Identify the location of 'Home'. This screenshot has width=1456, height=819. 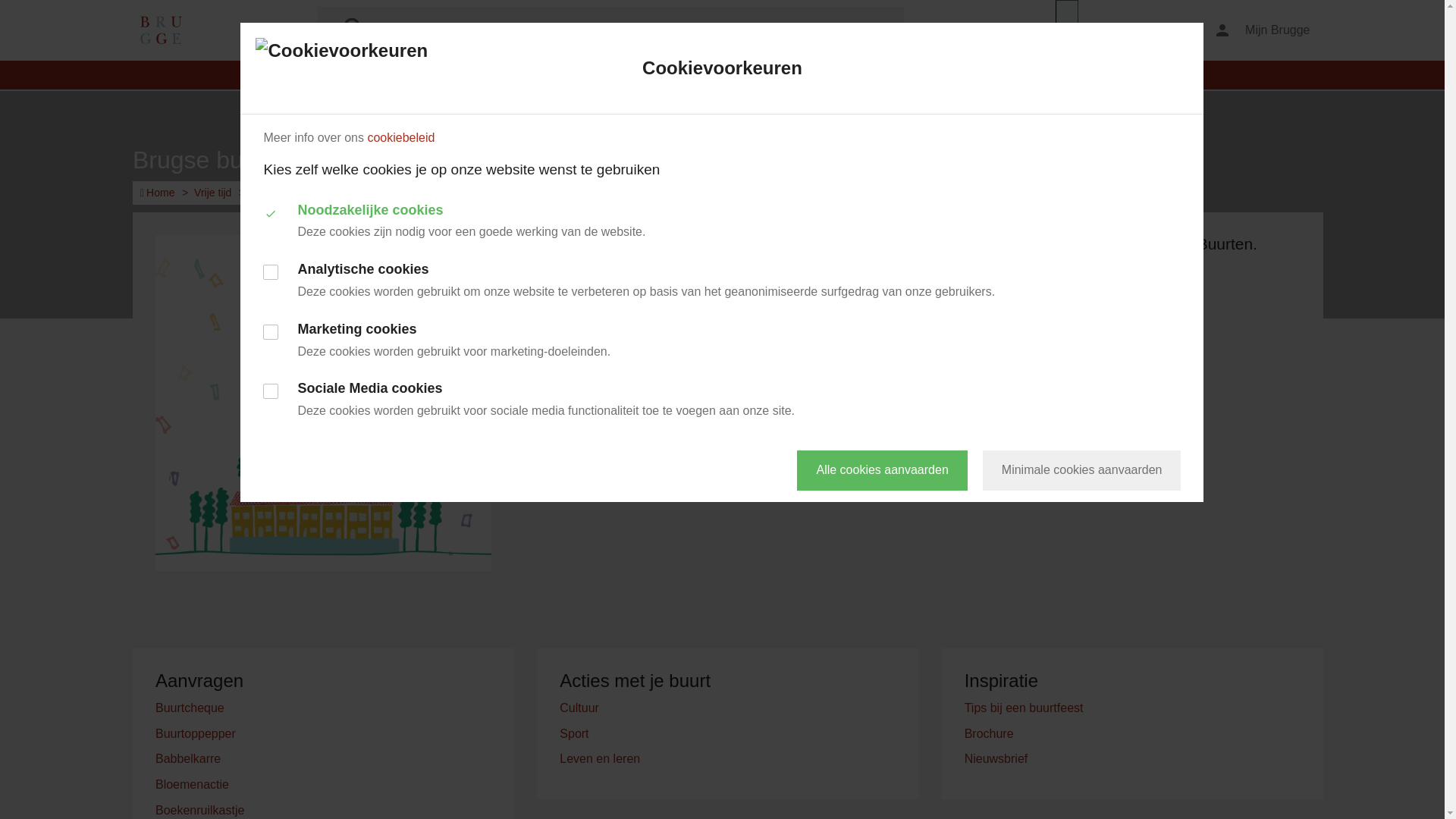
(157, 192).